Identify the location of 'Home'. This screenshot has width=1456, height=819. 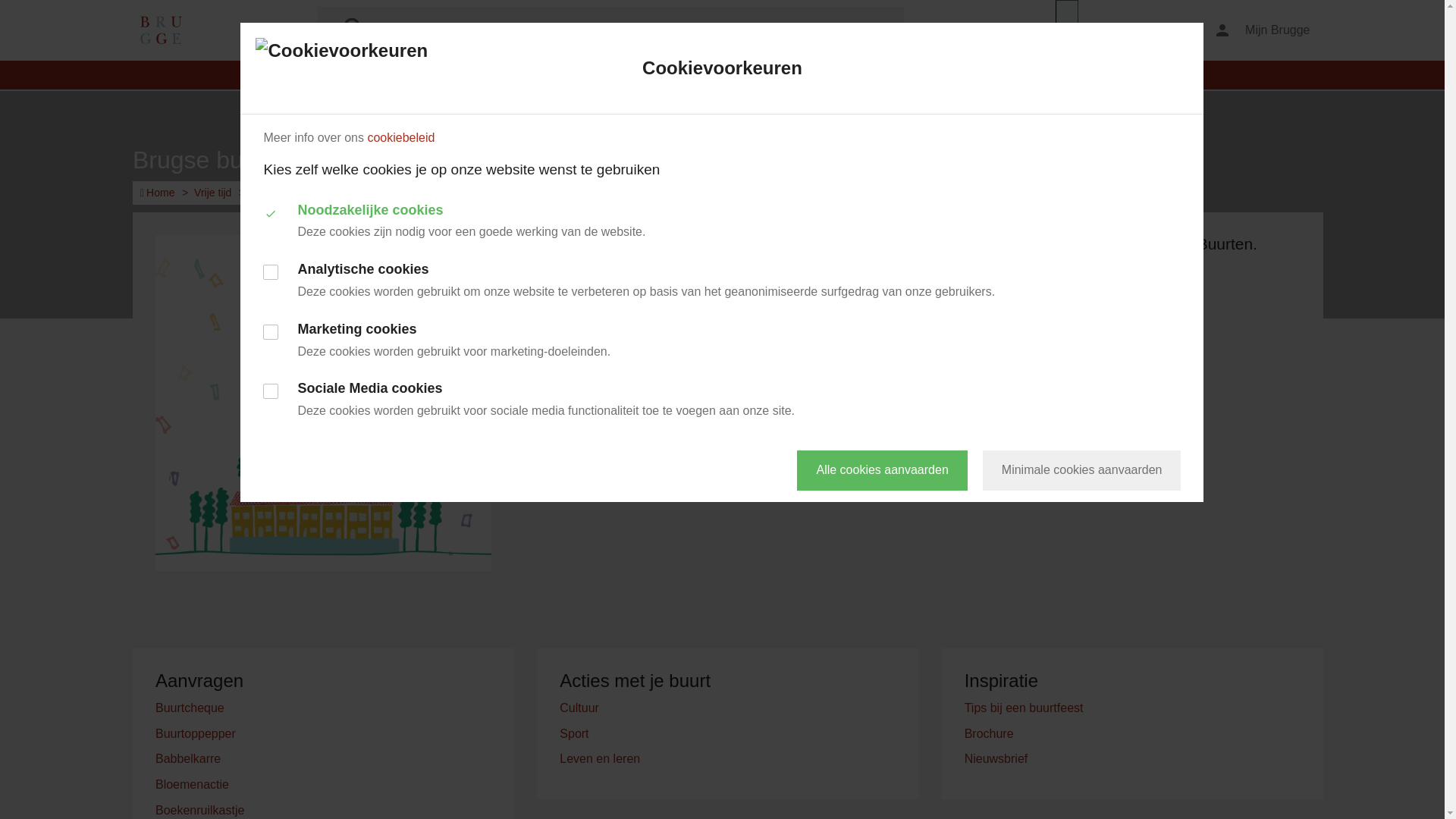
(157, 192).